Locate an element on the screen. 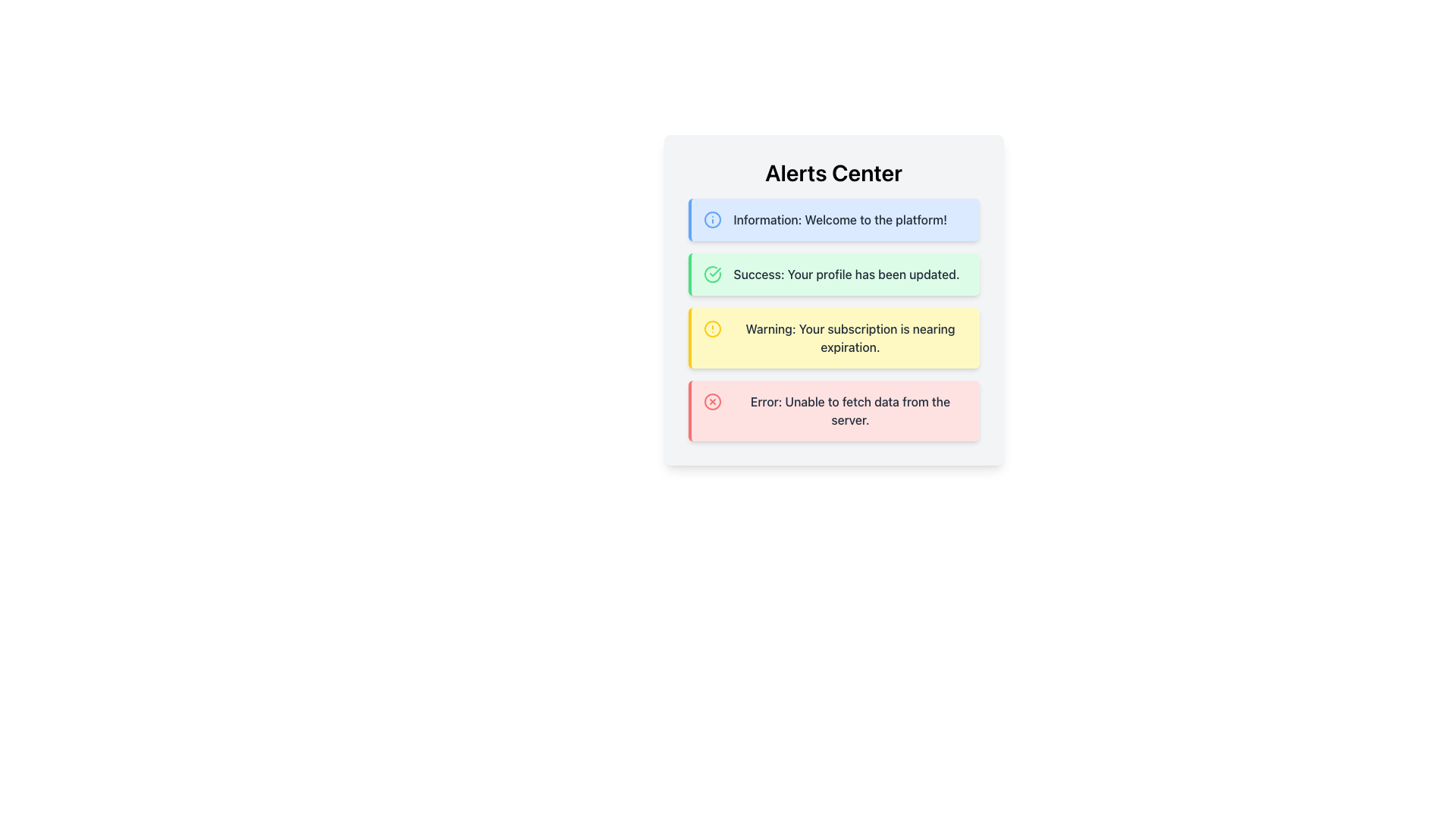  the warning alert icon located in the third row of the alerts list within the 'Alerts Center' section, beside the warning message text is located at coordinates (711, 328).